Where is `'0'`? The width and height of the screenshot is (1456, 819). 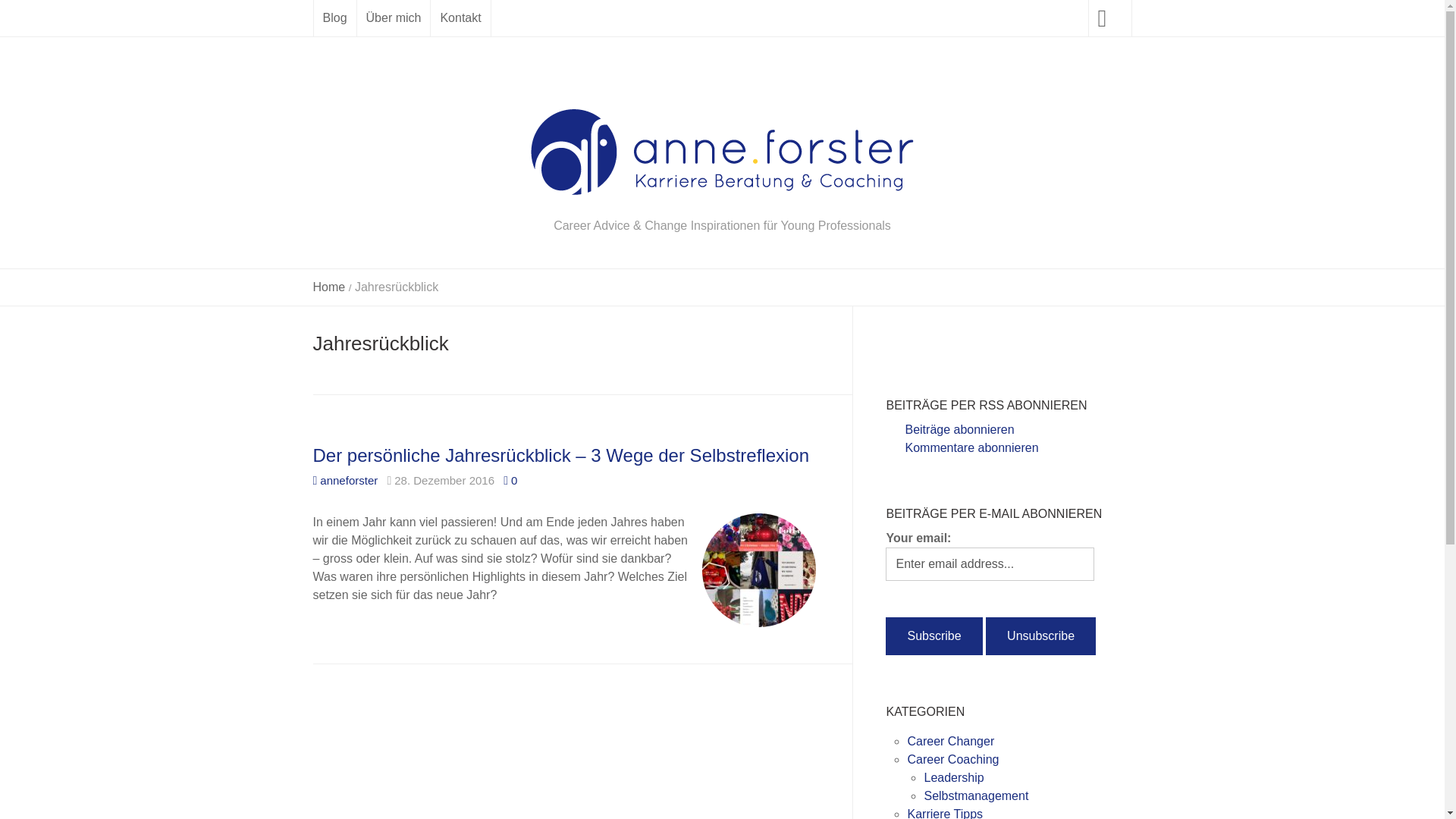
'0' is located at coordinates (510, 481).